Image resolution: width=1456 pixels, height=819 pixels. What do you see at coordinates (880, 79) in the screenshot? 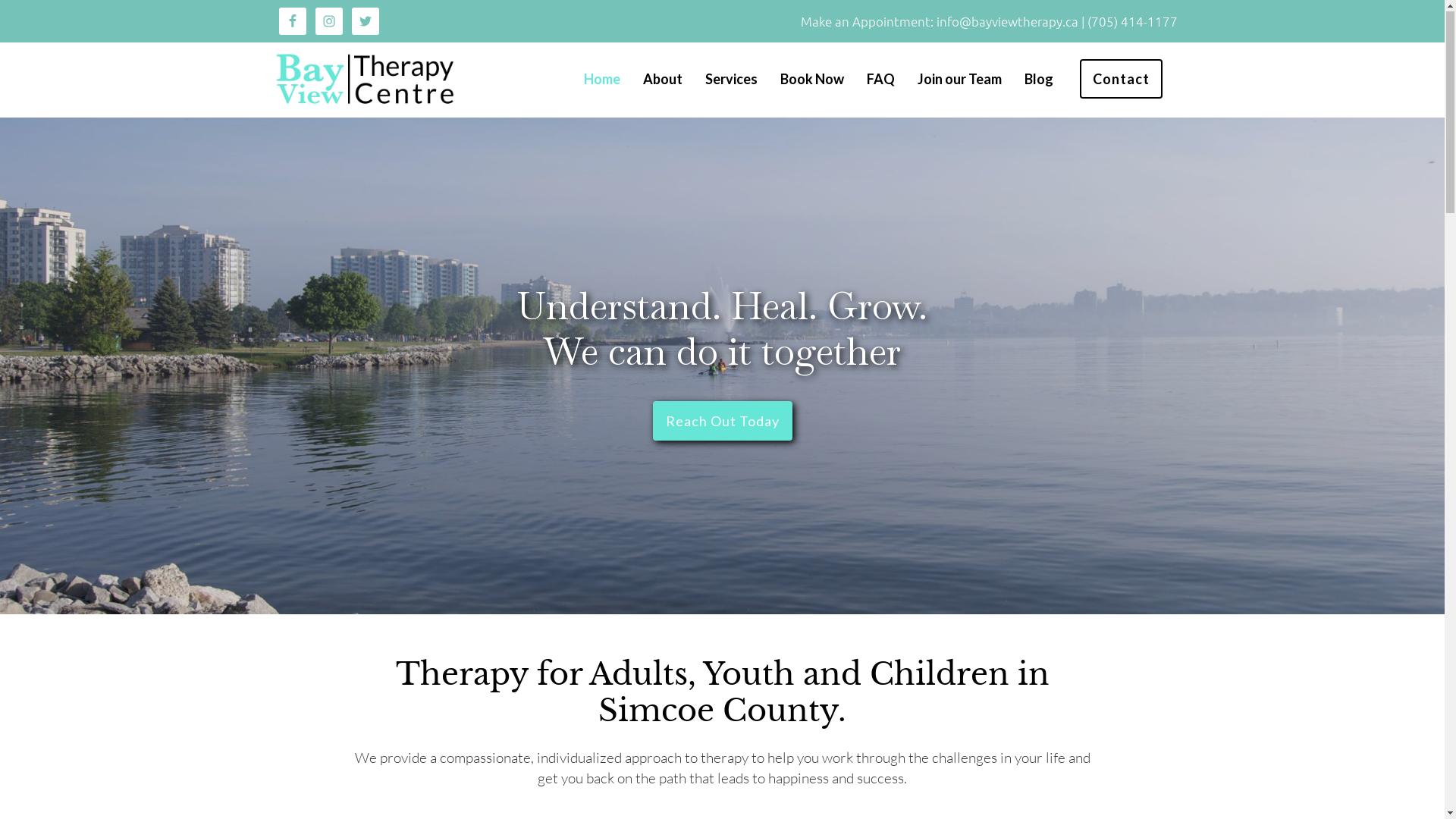
I see `'FAQ'` at bounding box center [880, 79].